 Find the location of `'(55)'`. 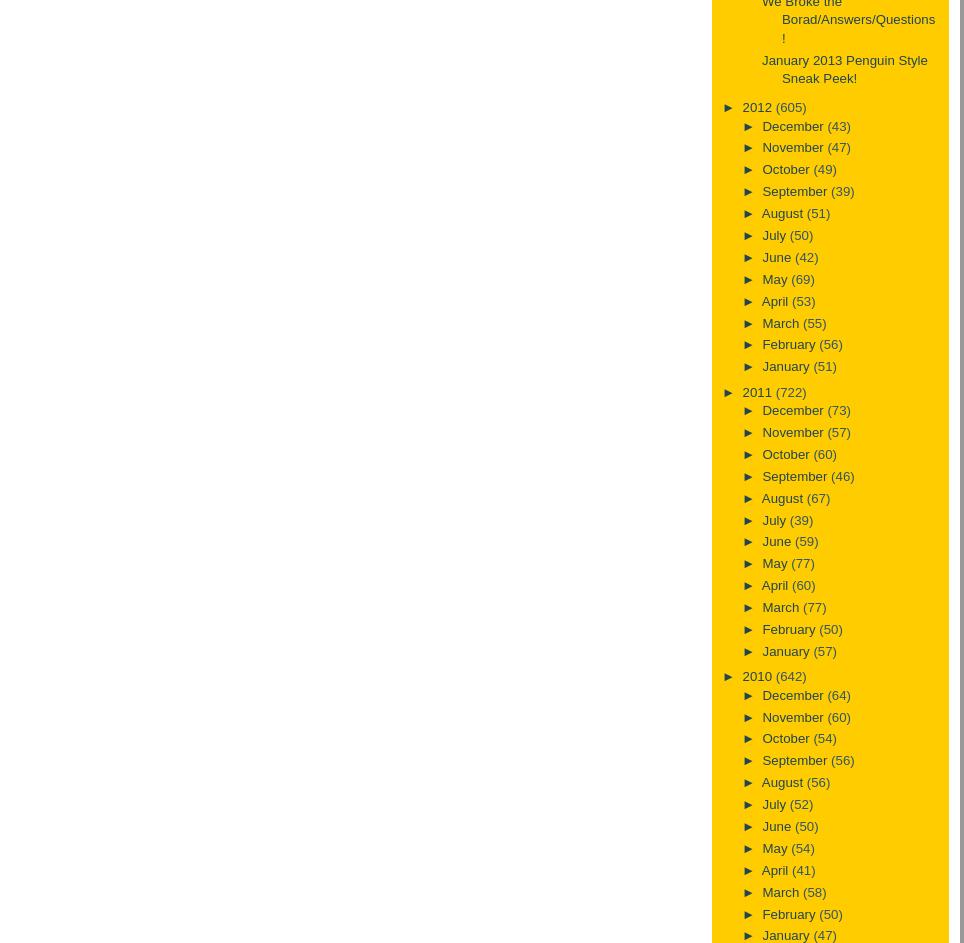

'(55)' is located at coordinates (813, 322).